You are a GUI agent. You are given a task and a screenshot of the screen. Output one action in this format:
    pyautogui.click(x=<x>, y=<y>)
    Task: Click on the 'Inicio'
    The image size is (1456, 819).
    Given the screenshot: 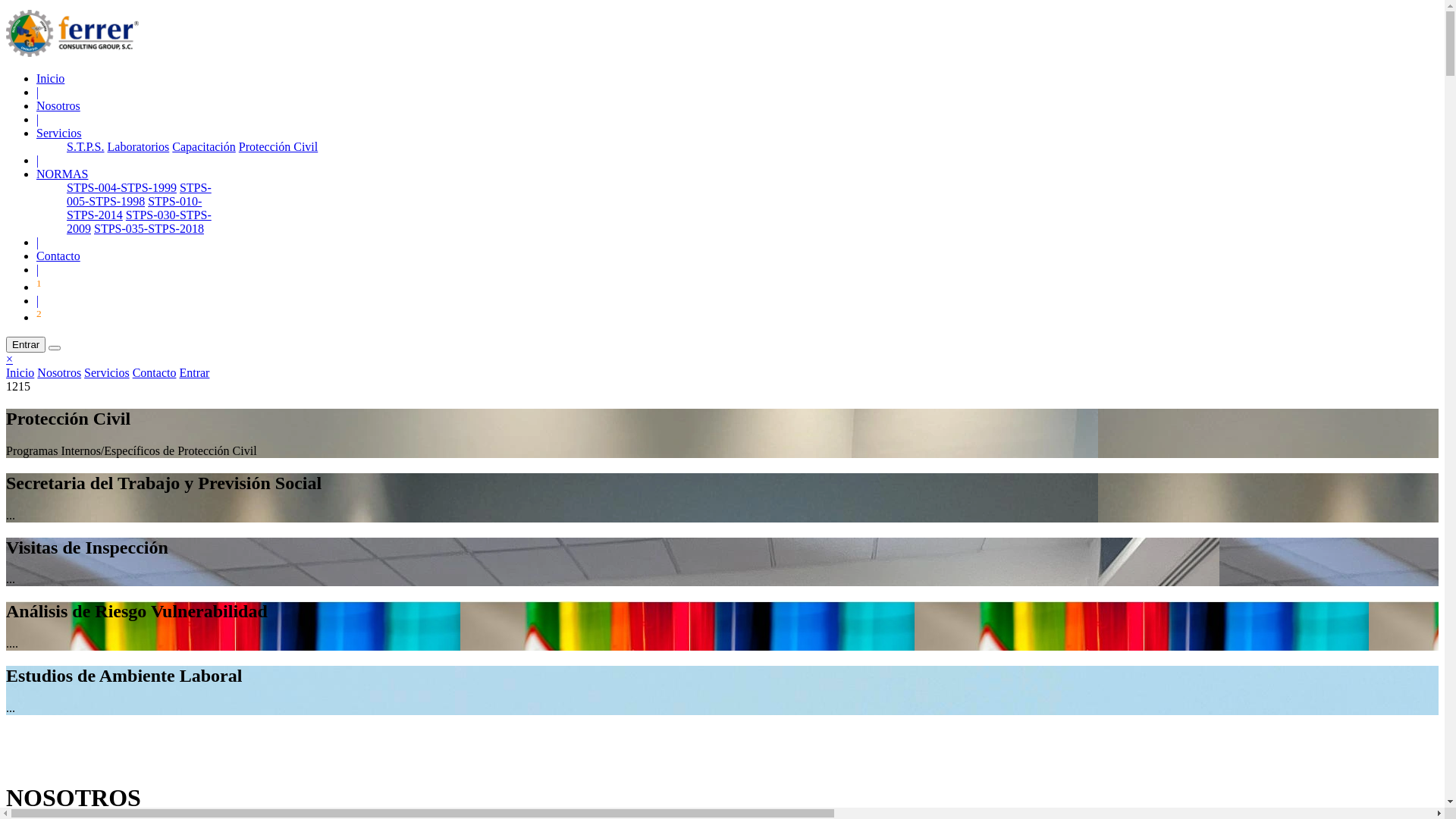 What is the action you would take?
    pyautogui.click(x=50, y=78)
    